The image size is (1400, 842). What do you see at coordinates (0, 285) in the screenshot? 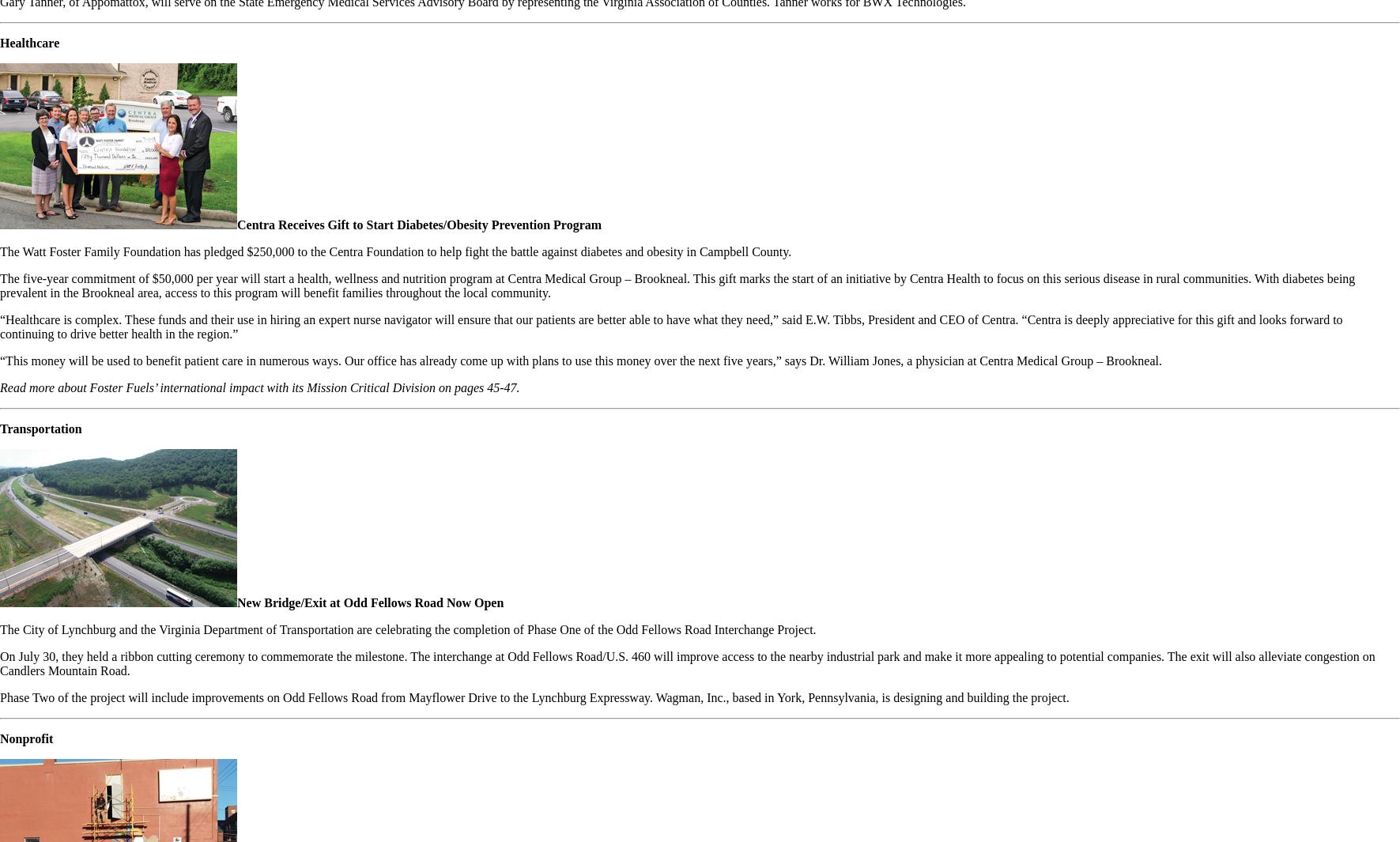
I see `'The five-year commitment of $50,000 per year will start a health, wellness and nutrition program at Centra Medical Group – Brookneal. This gift marks the start of an initiative by Centra Health to focus on this serious disease in rural communities. With diabetes being prevalent in the Brookneal area, access to this program will benefit families throughout the local community.'` at bounding box center [0, 285].